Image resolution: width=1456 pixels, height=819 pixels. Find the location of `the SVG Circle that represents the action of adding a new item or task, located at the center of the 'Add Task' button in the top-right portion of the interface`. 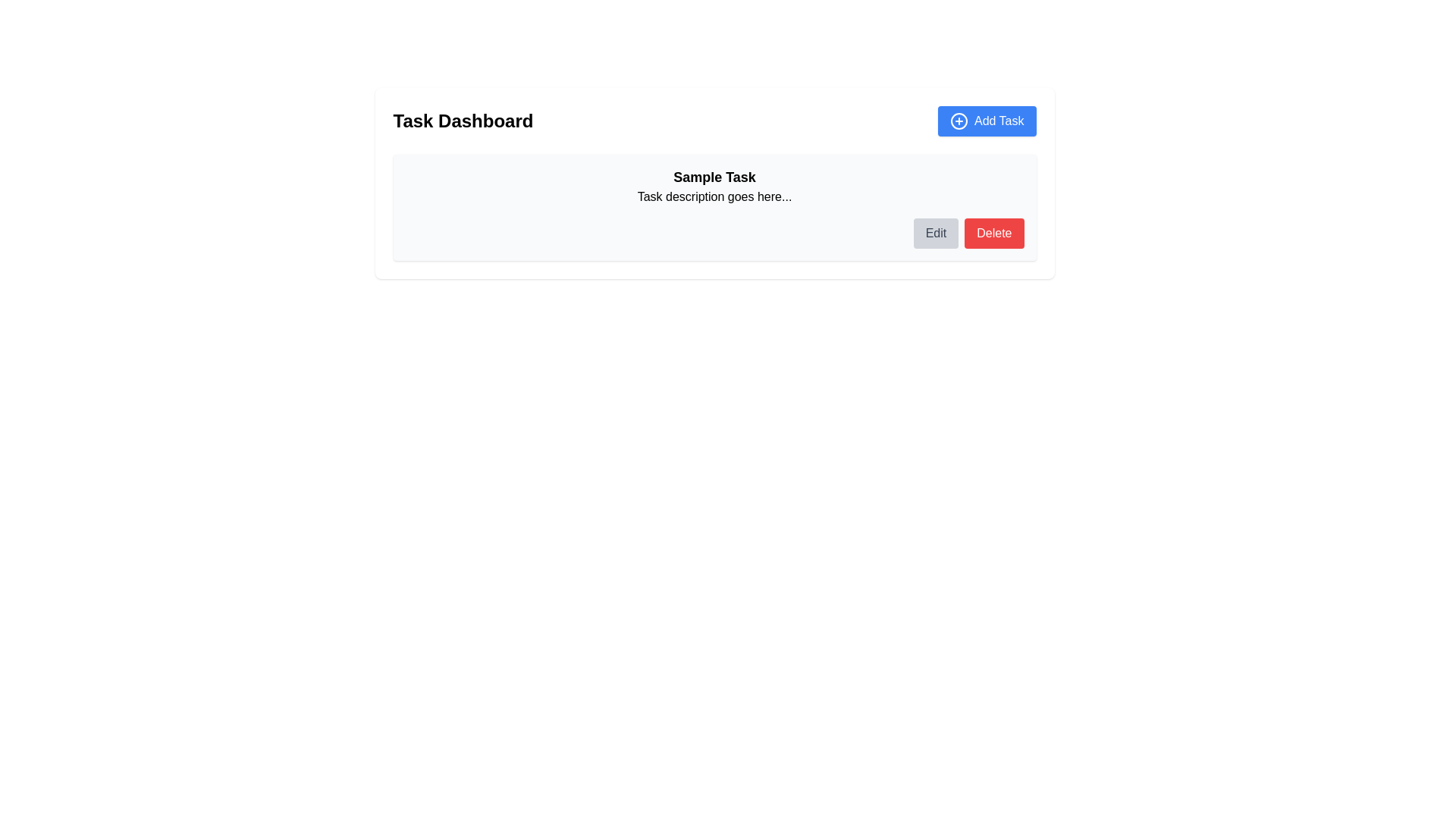

the SVG Circle that represents the action of adding a new item or task, located at the center of the 'Add Task' button in the top-right portion of the interface is located at coordinates (958, 120).